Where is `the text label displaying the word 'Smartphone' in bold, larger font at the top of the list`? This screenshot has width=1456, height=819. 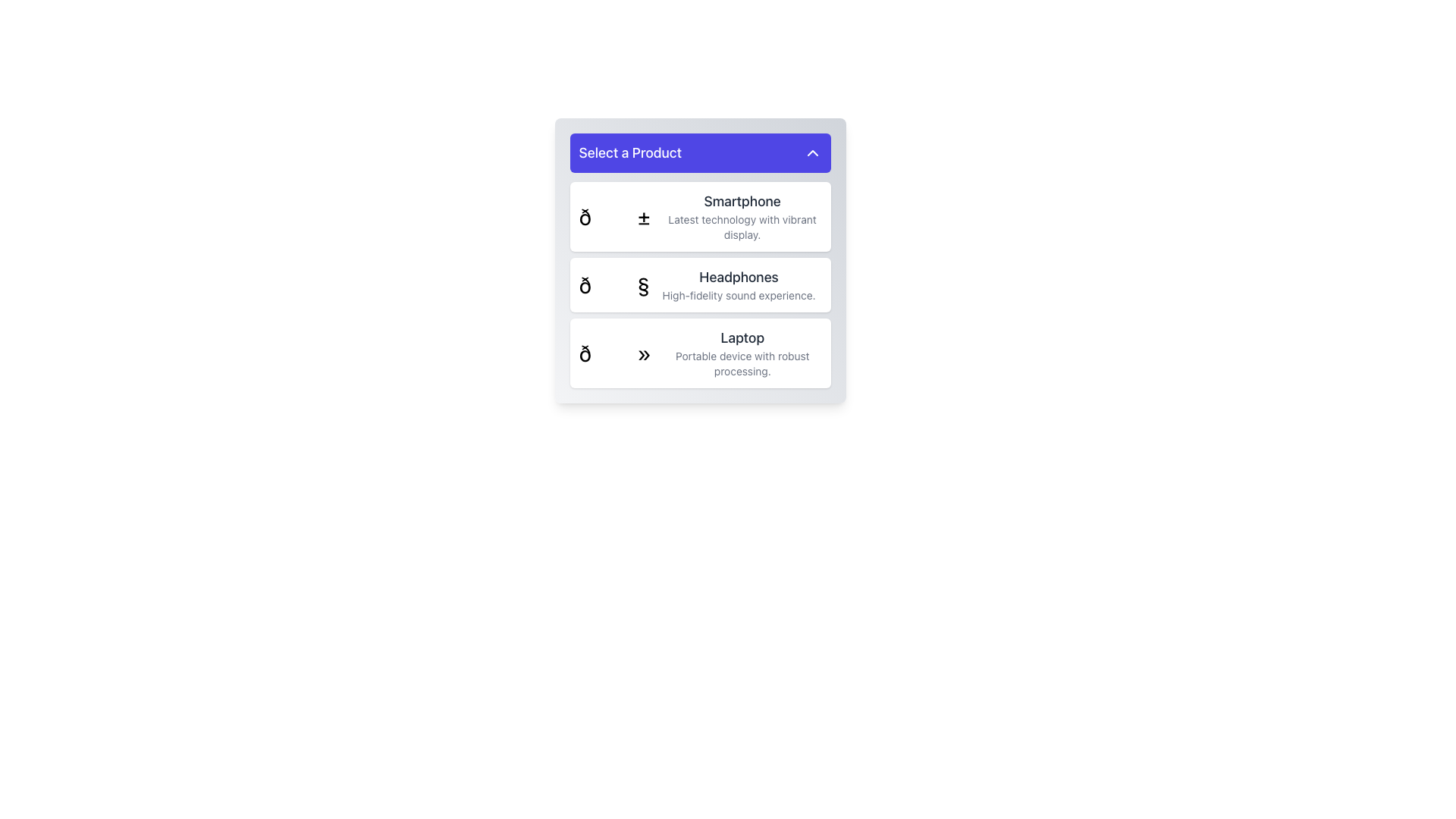
the text label displaying the word 'Smartphone' in bold, larger font at the top of the list is located at coordinates (742, 201).